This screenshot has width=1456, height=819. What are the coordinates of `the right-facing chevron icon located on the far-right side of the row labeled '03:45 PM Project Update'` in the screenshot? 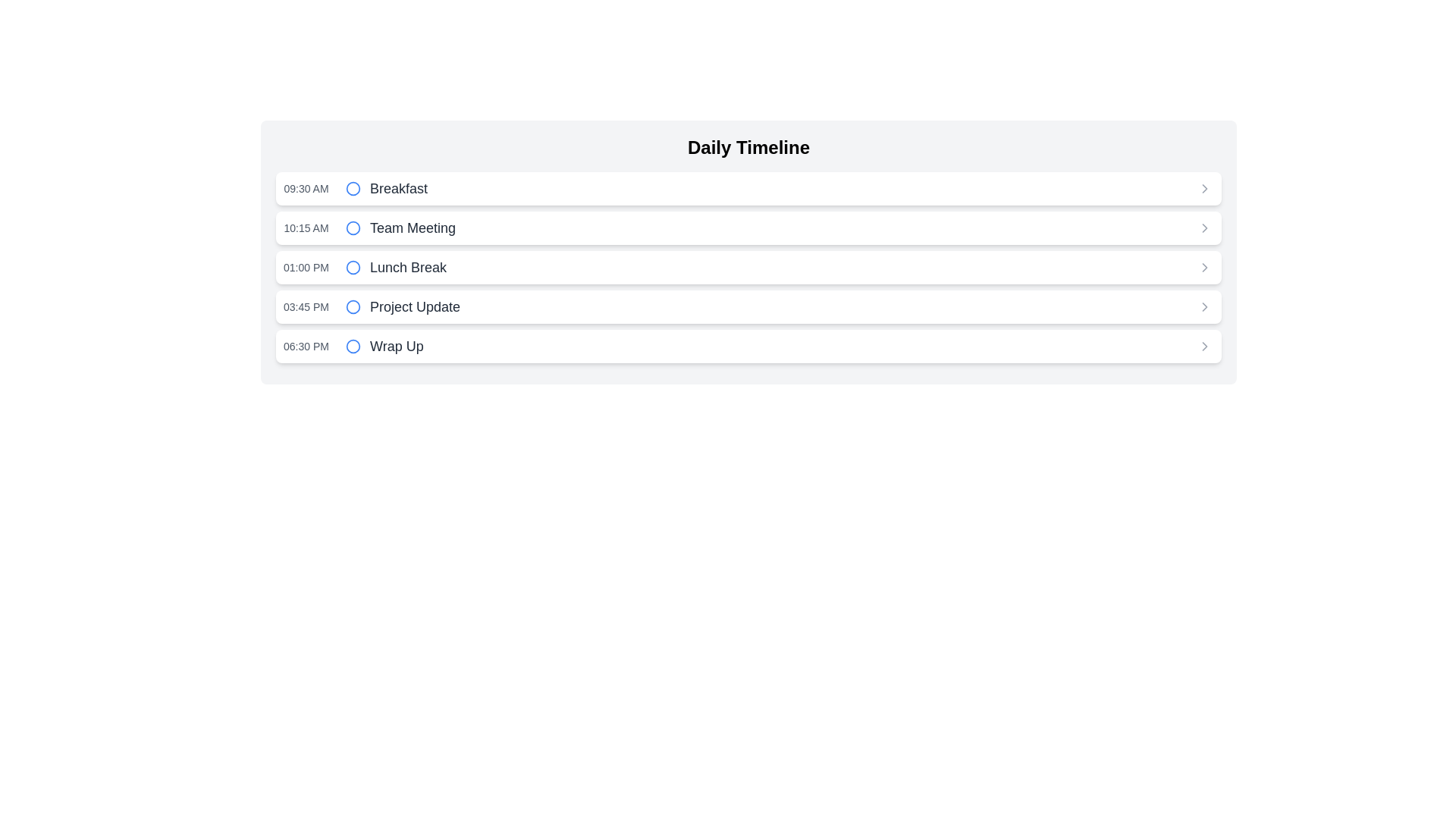 It's located at (1203, 307).